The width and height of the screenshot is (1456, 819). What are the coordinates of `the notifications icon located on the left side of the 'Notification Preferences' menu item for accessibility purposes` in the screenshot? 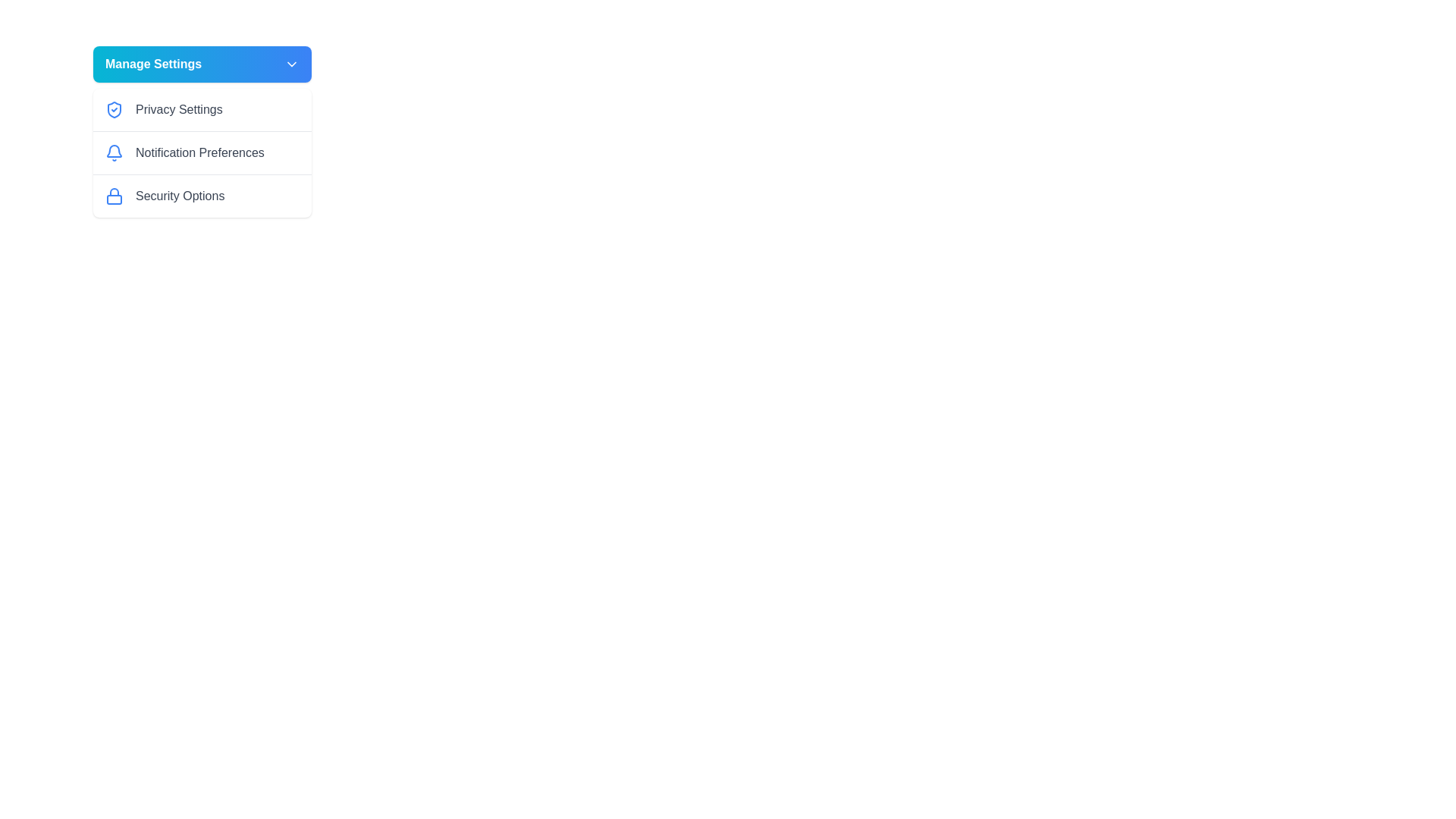 It's located at (113, 152).